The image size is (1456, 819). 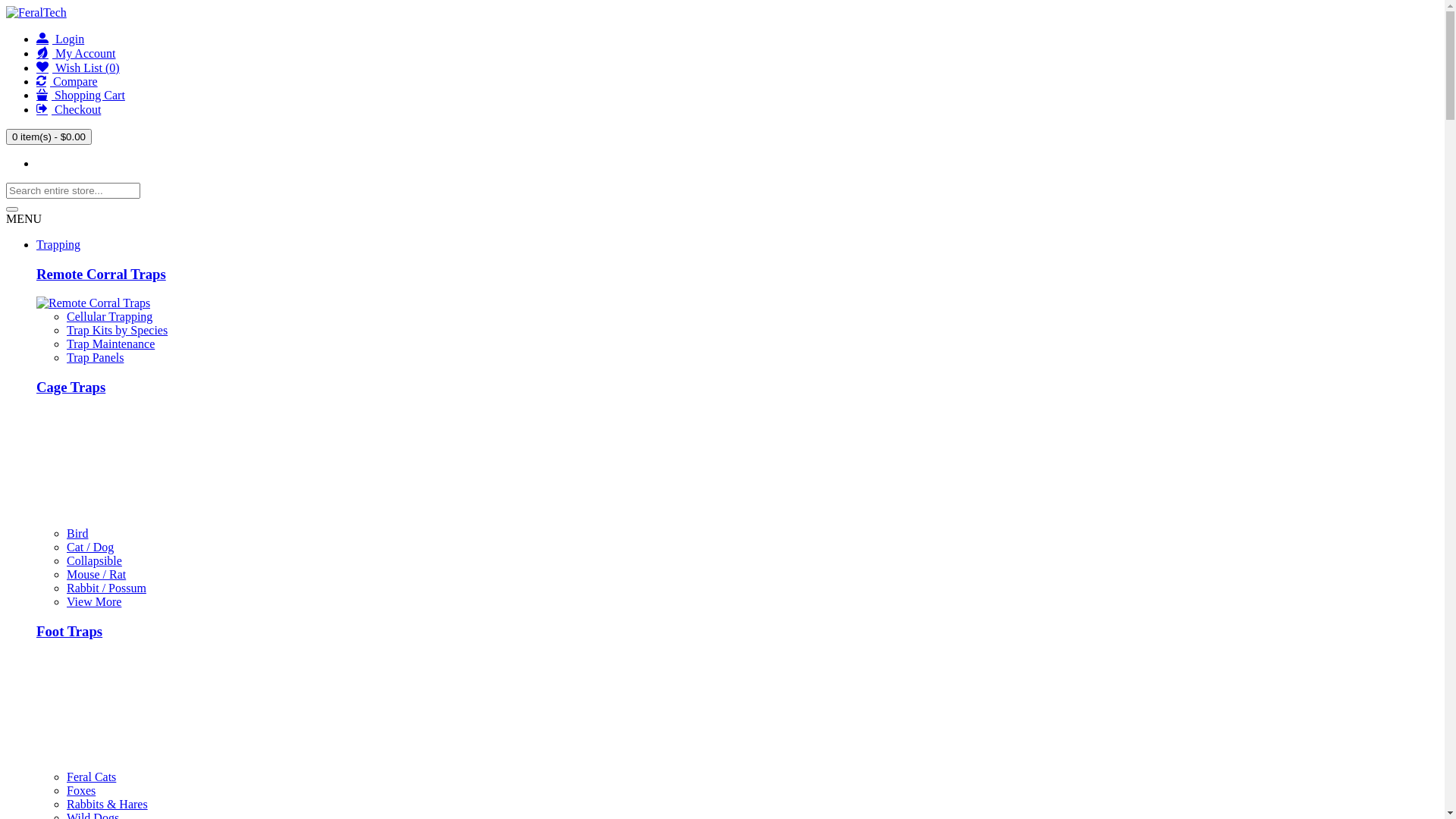 I want to click on '0 item(s) - $0.00', so click(x=49, y=136).